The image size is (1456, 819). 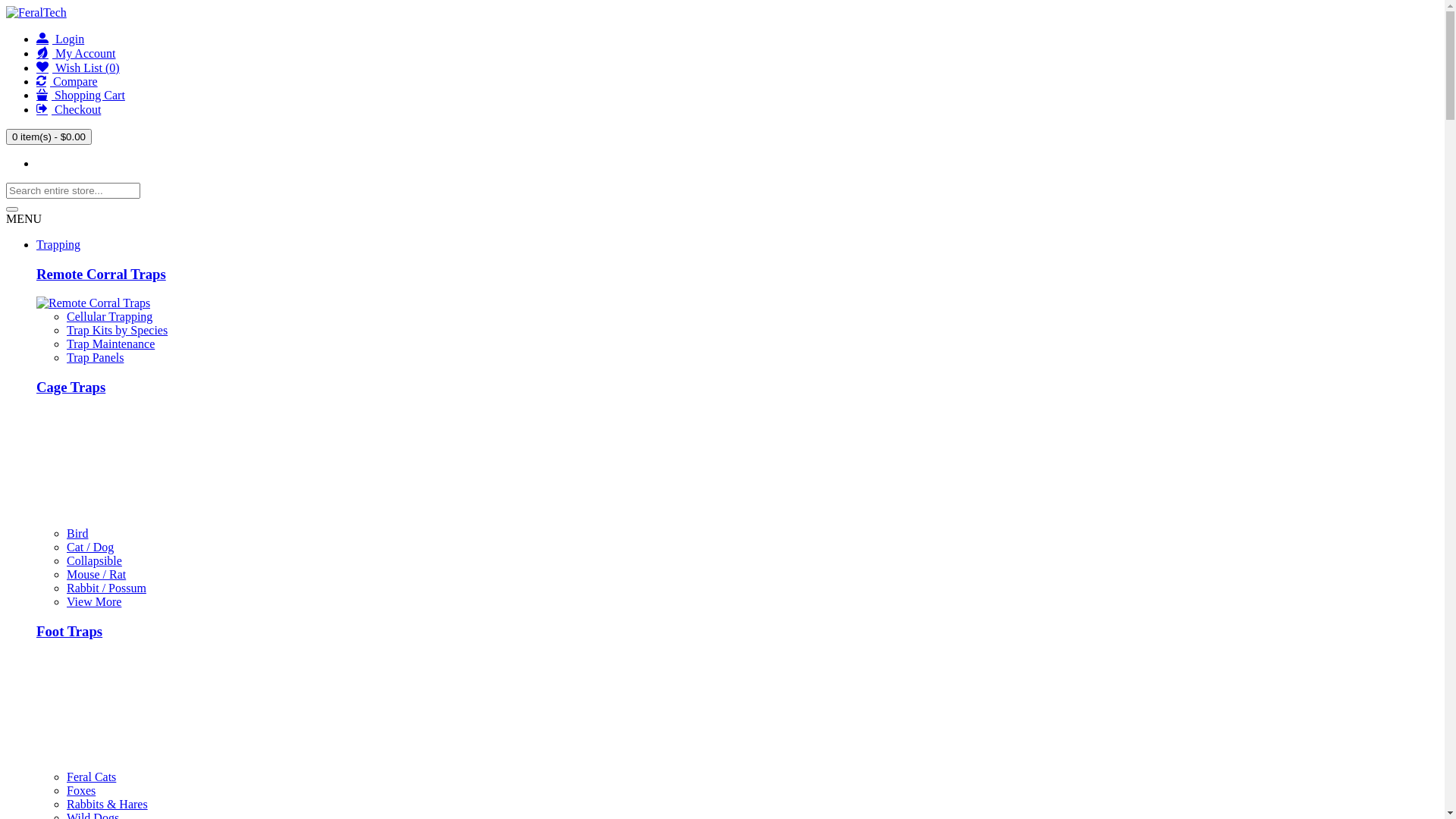 I want to click on '0 item(s) - $0.00', so click(x=49, y=136).